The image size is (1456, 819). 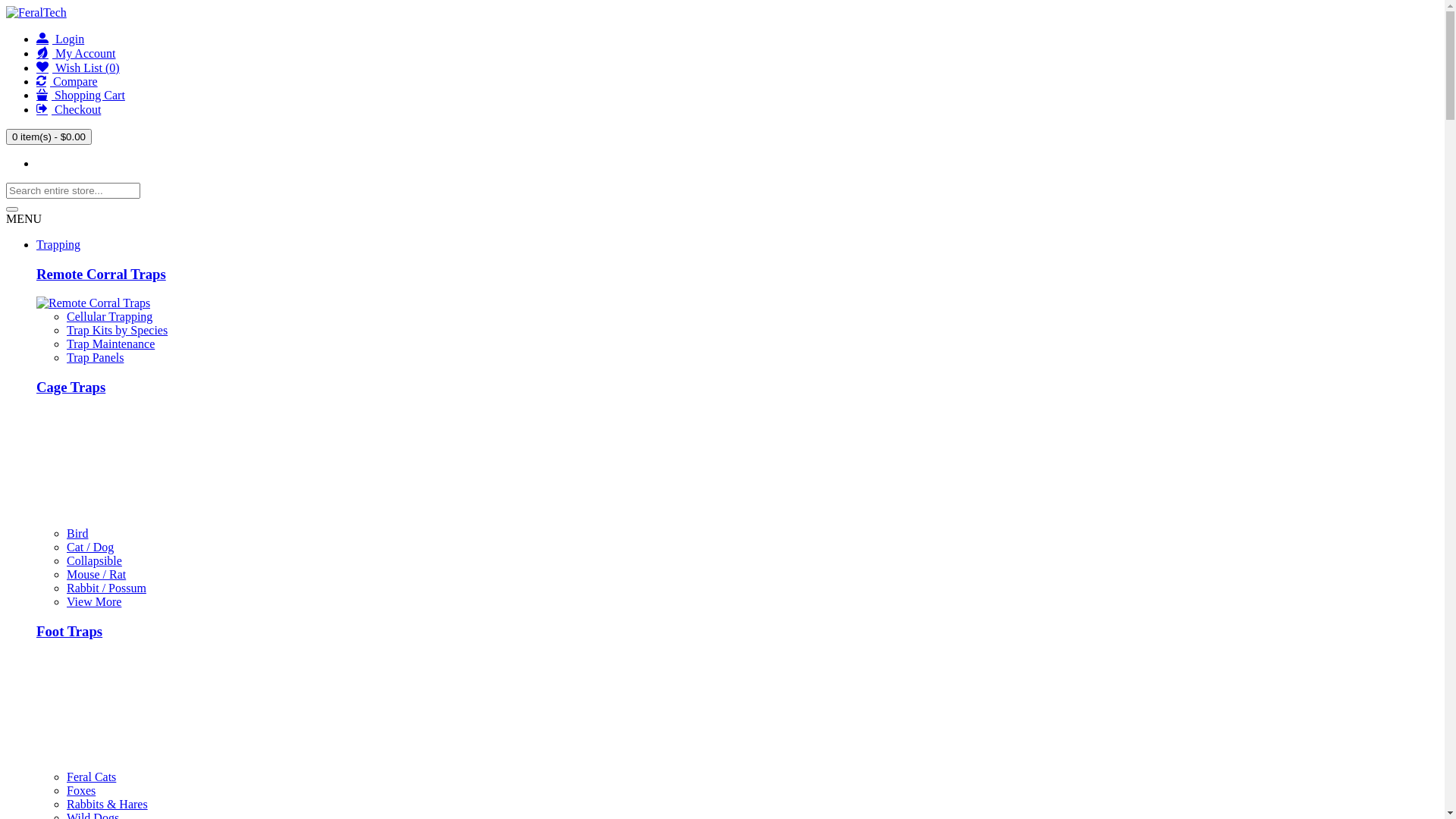 I want to click on '0 item(s) - $0.00', so click(x=49, y=136).